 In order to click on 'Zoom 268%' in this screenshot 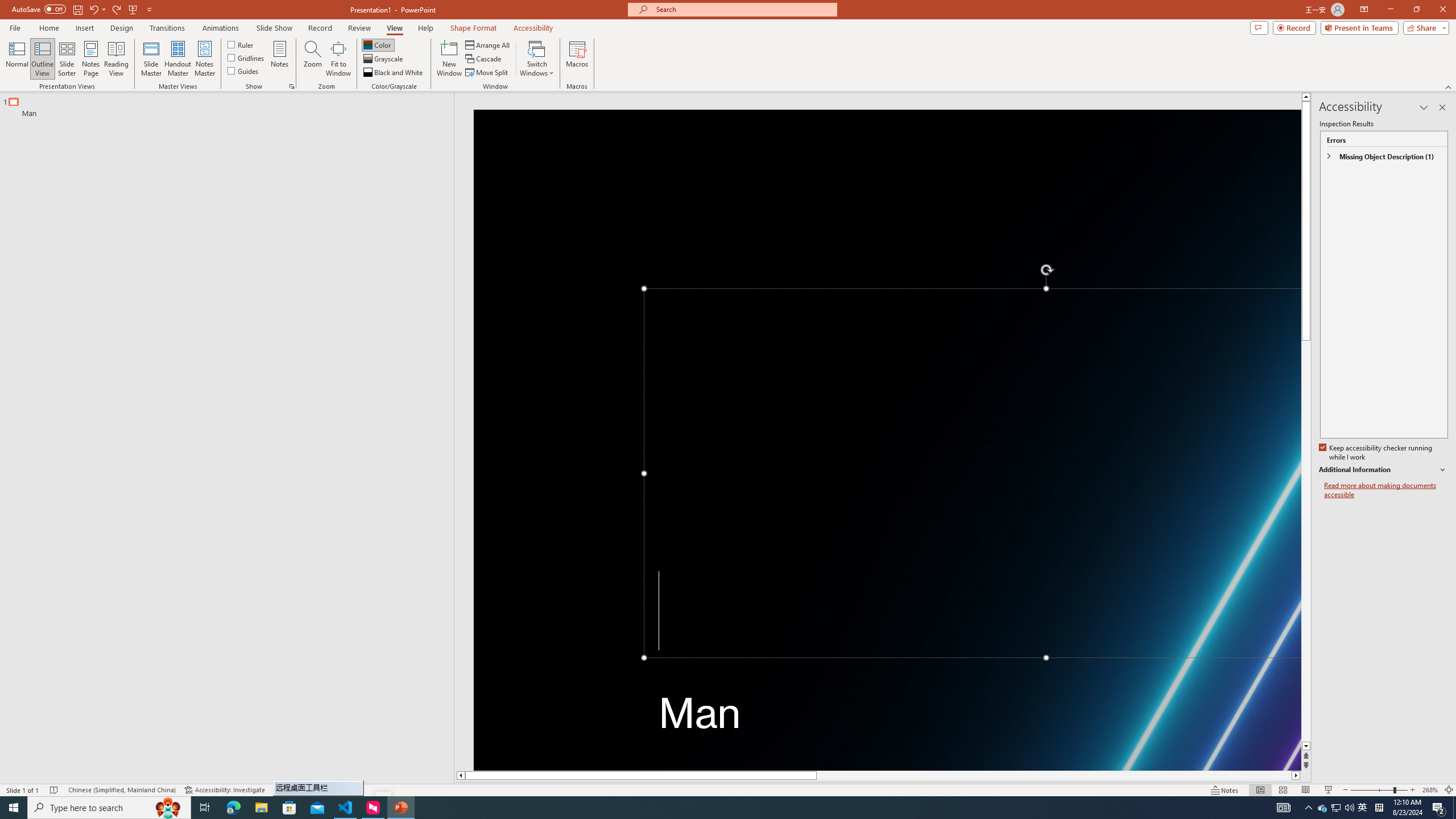, I will do `click(1430, 790)`.